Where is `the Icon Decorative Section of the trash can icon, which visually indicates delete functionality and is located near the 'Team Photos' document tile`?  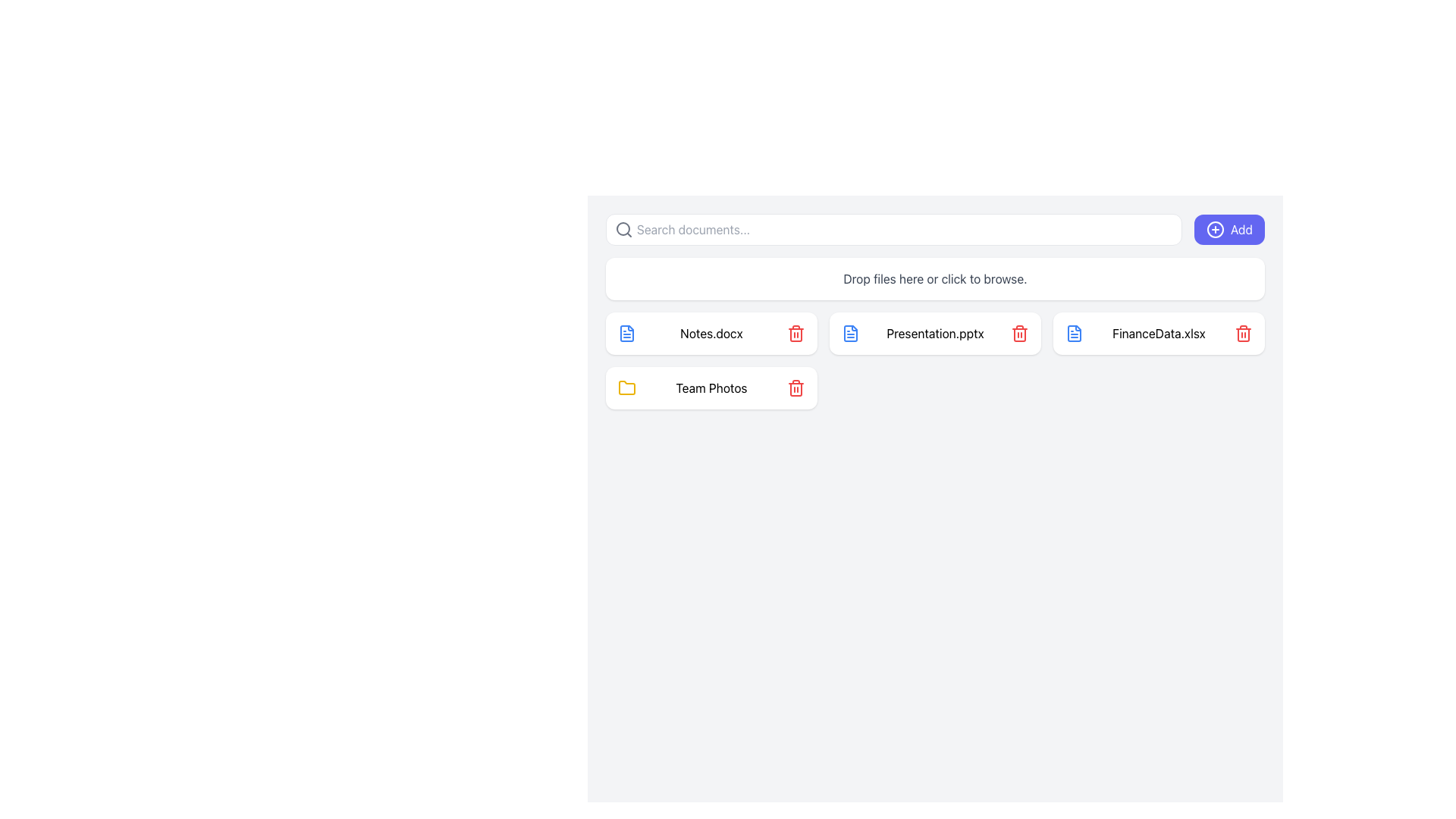 the Icon Decorative Section of the trash can icon, which visually indicates delete functionality and is located near the 'Team Photos' document tile is located at coordinates (795, 388).